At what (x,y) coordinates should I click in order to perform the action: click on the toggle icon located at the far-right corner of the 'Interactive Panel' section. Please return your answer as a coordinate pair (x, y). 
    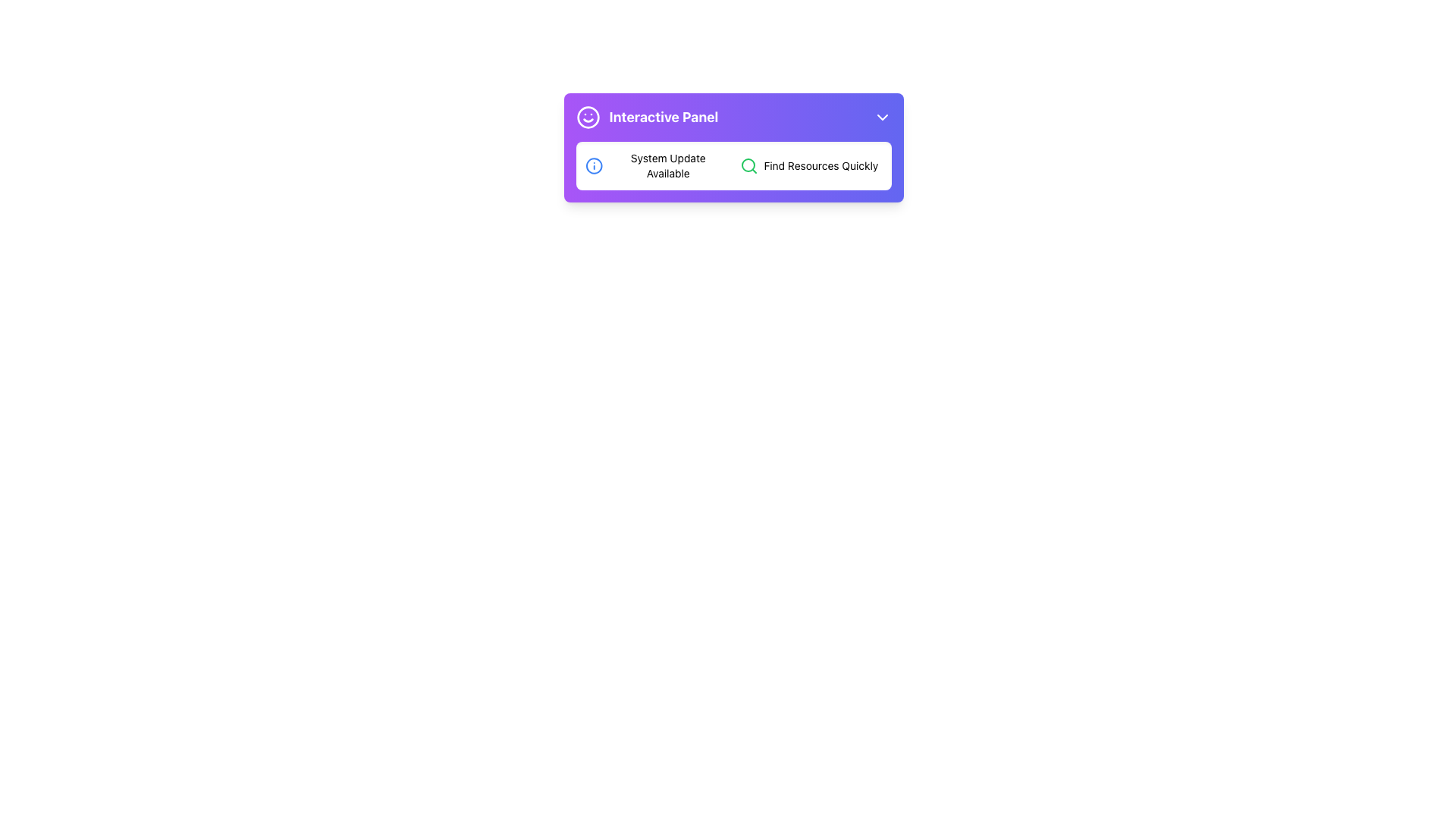
    Looking at the image, I should click on (882, 116).